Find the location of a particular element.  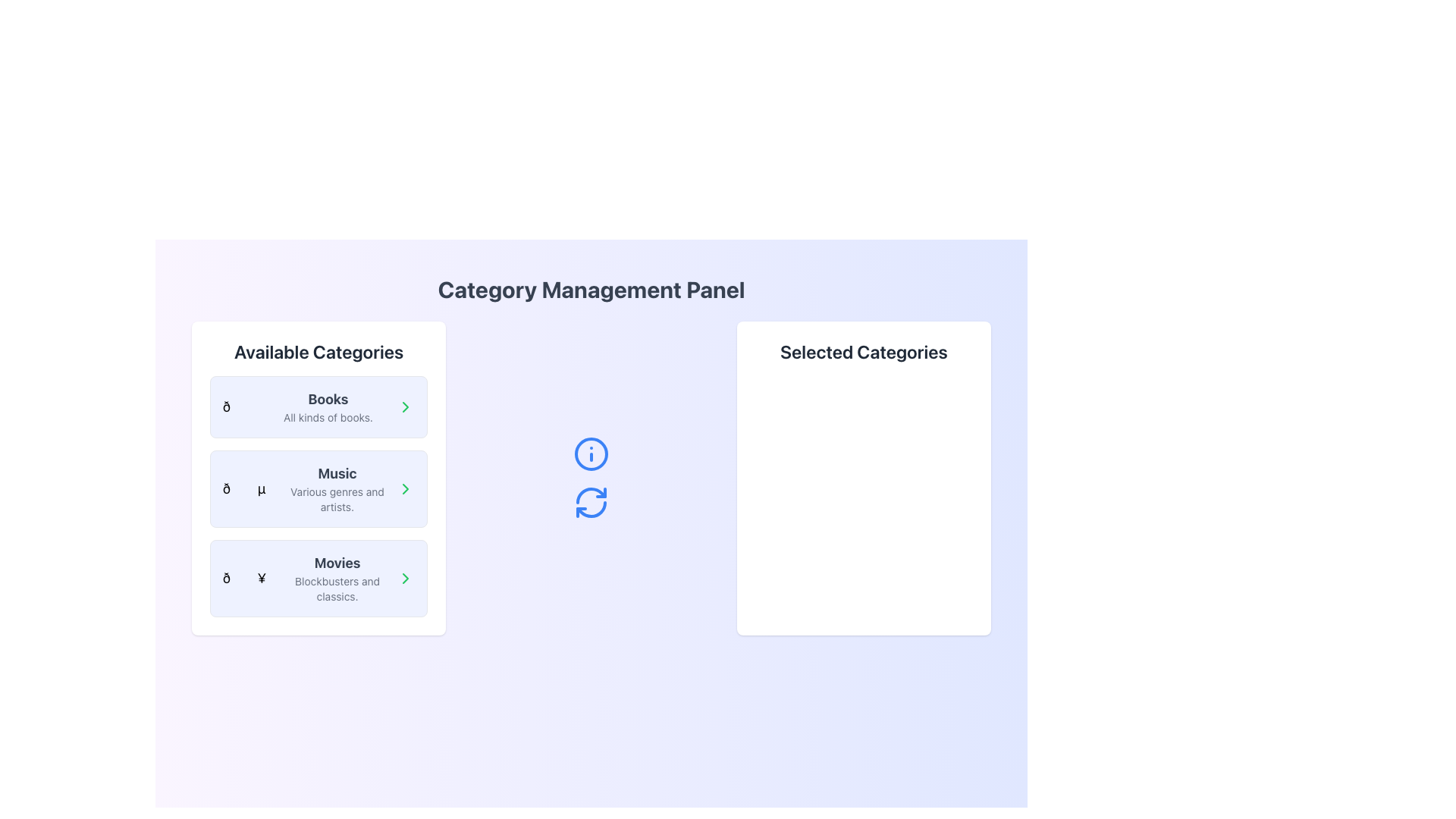

the information indicator icon located centrally below the 'Category Management Panel' heading, which is the first of two vertically stacked icons is located at coordinates (590, 453).